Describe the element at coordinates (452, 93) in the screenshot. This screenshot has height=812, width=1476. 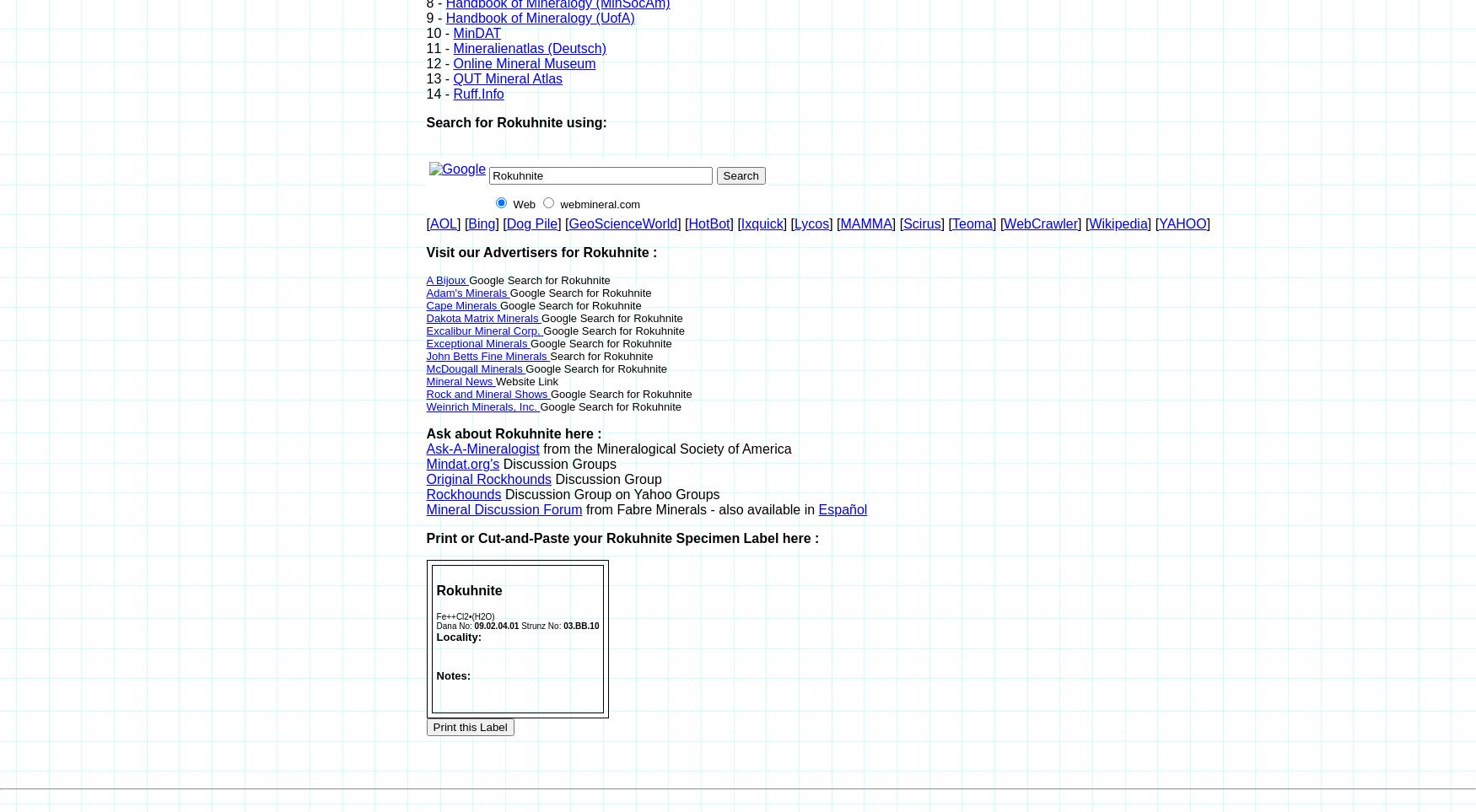
I see `'Ruff.Info'` at that location.